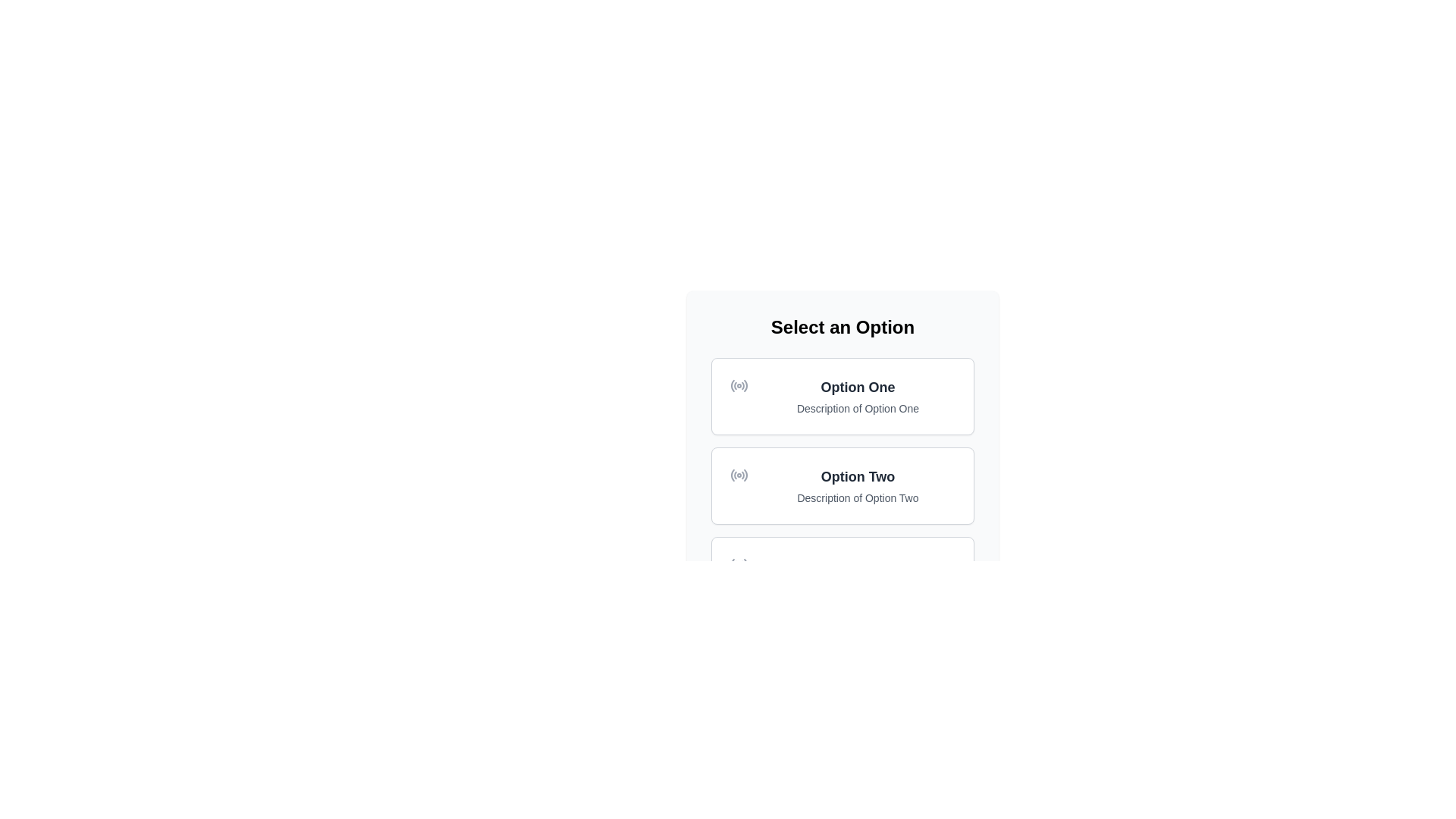 Image resolution: width=1456 pixels, height=819 pixels. Describe the element at coordinates (858, 485) in the screenshot. I see `text content of the display labeled 'Option Two', which includes a header in bold dark text and a smaller descriptor below it` at that location.